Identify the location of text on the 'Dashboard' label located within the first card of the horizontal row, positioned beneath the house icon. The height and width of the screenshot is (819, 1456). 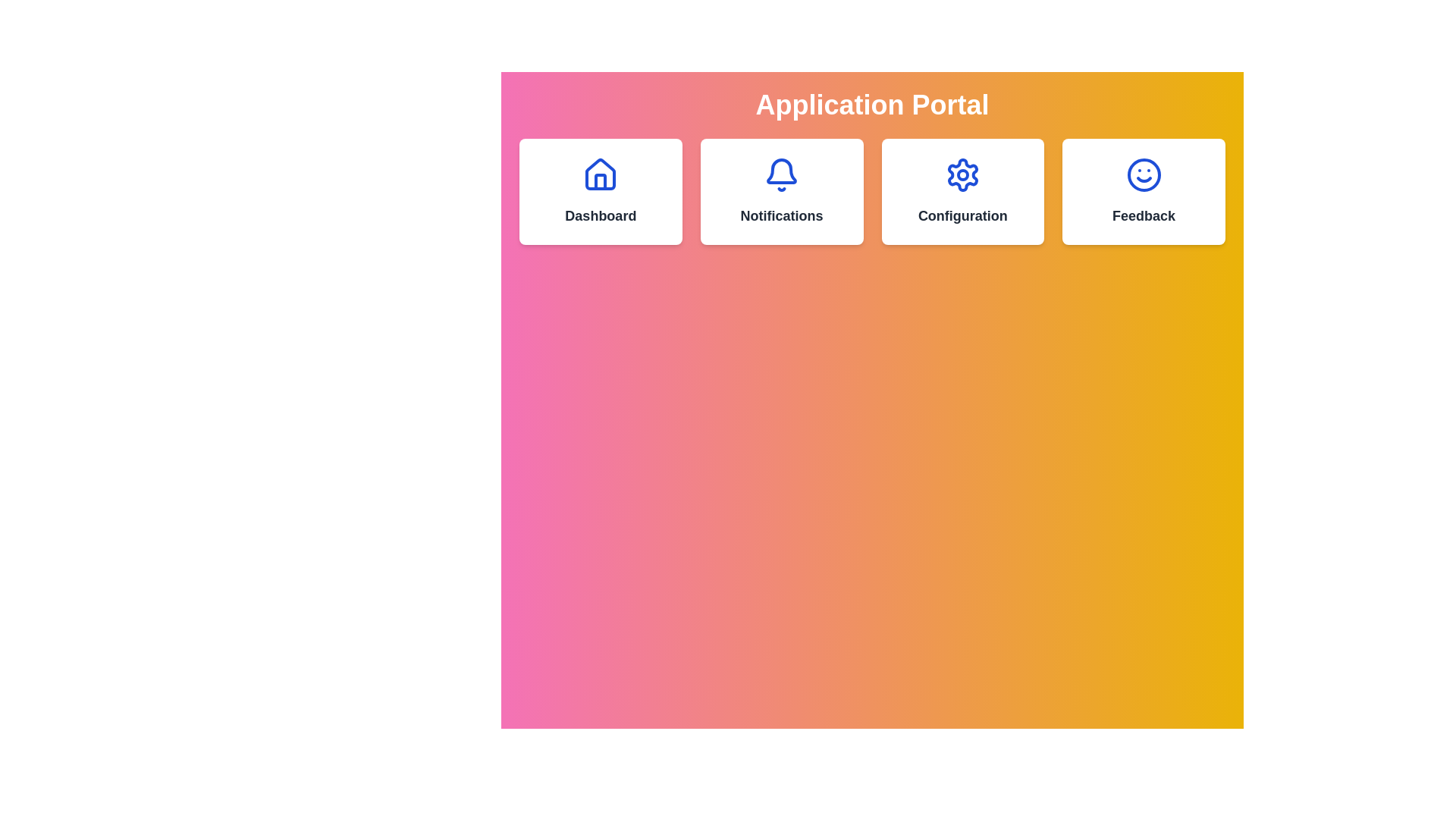
(600, 216).